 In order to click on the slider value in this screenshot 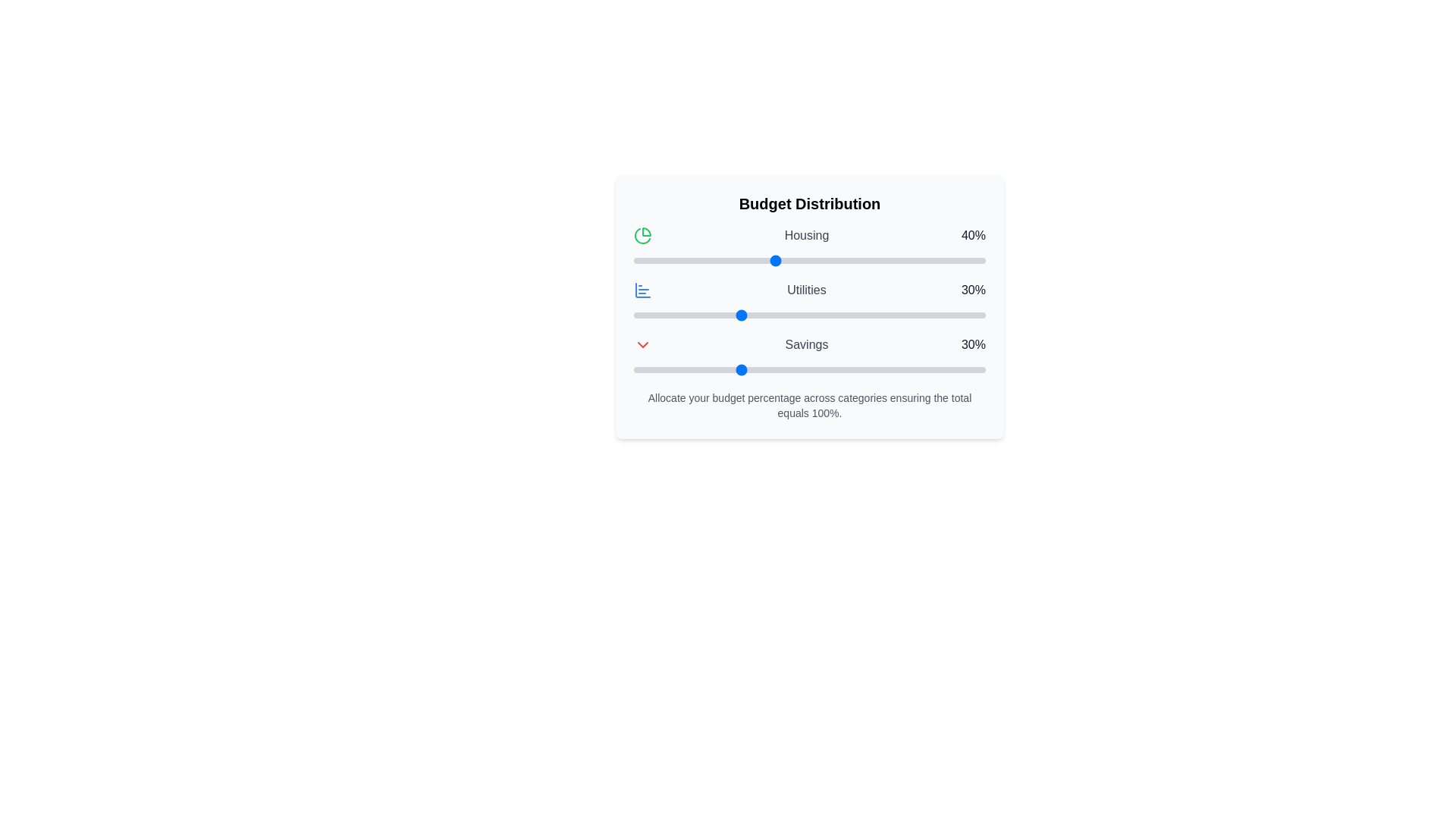, I will do `click(852, 315)`.